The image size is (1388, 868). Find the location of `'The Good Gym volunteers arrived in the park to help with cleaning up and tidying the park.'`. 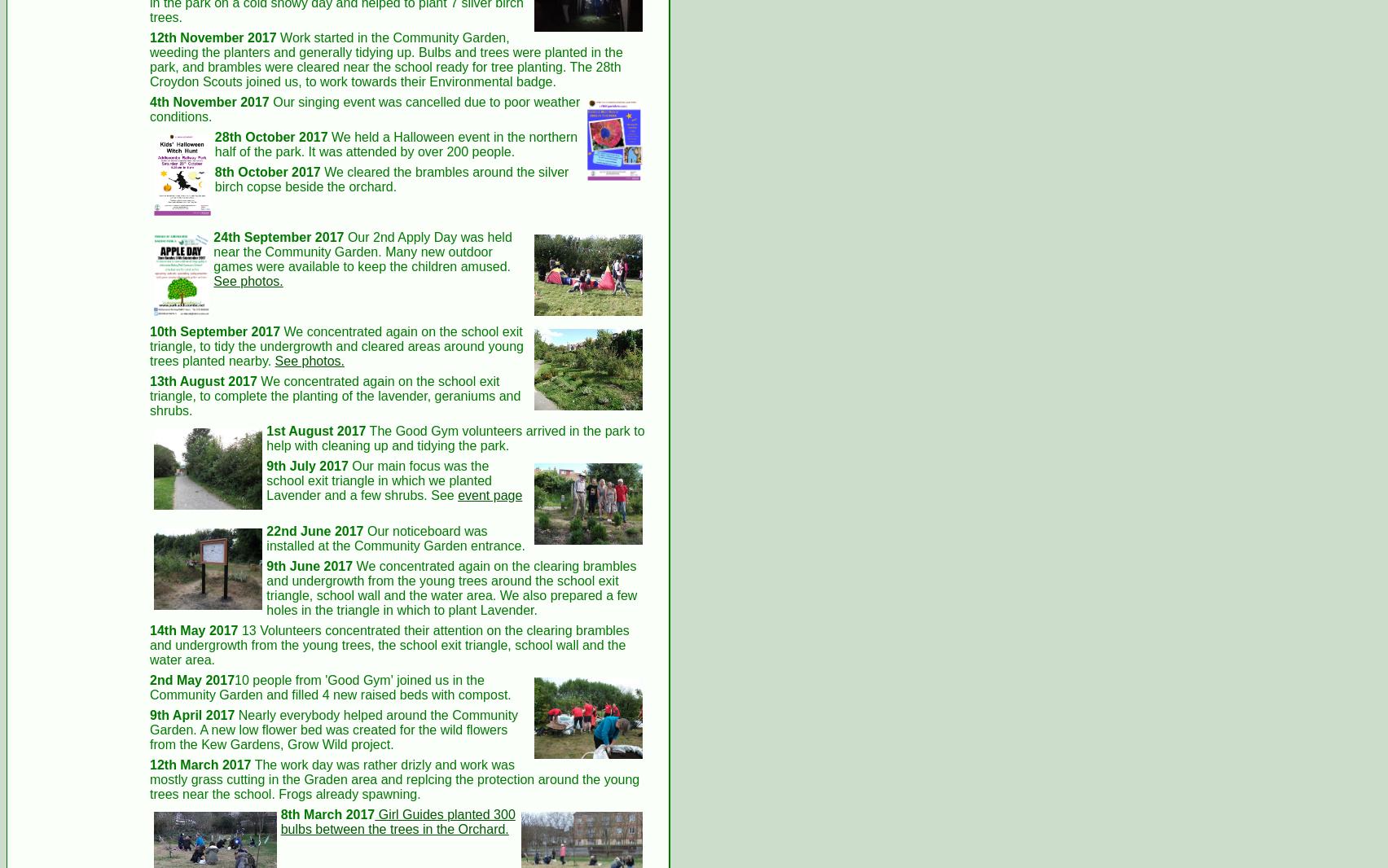

'The Good Gym volunteers arrived in the park to help with cleaning up and tidying the park.' is located at coordinates (455, 437).